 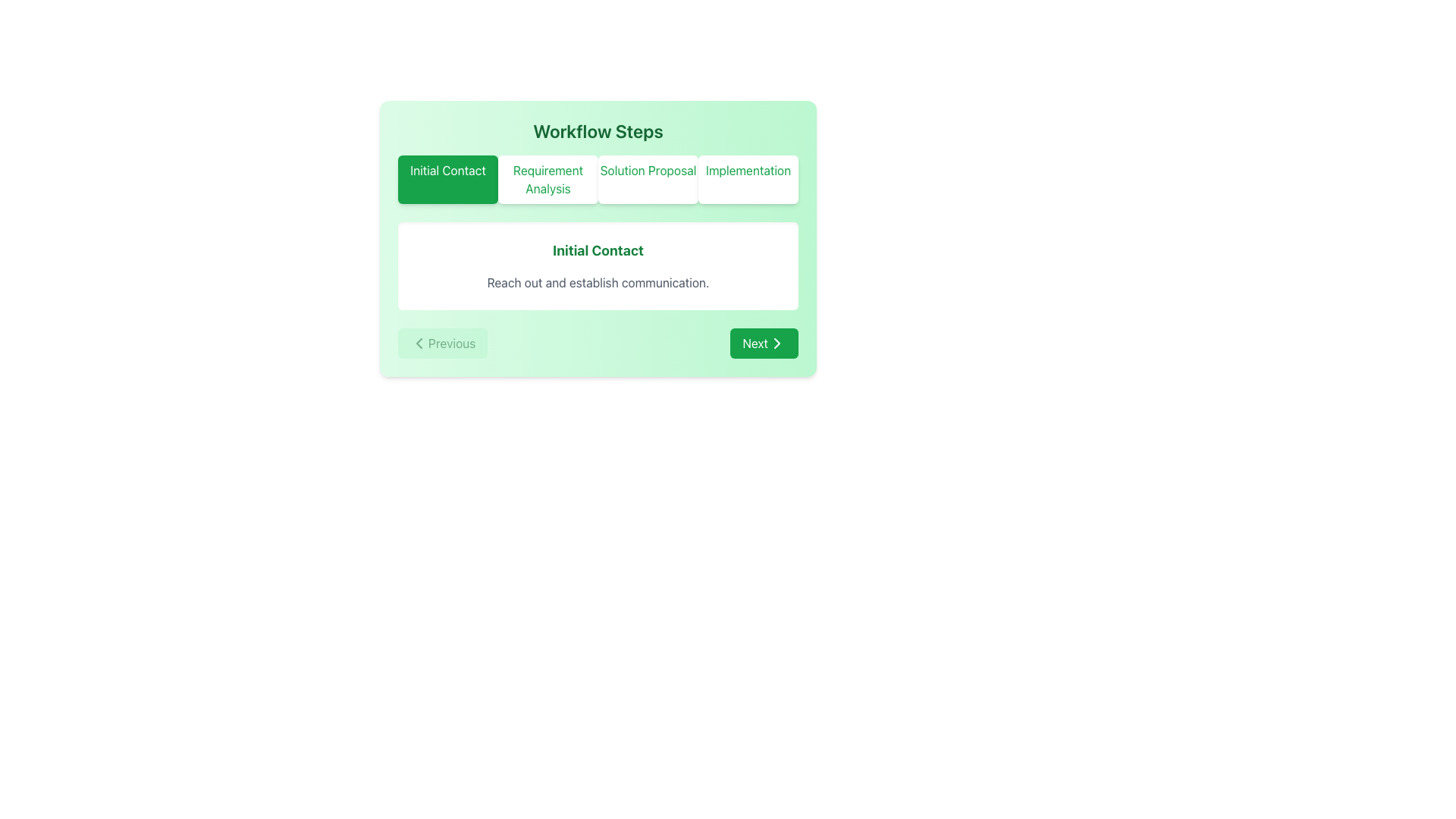 I want to click on the 'Implementation' step button, which is the fourth item in a horizontal list of workflow steps located below the heading 'Workflow Steps', so click(x=748, y=178).